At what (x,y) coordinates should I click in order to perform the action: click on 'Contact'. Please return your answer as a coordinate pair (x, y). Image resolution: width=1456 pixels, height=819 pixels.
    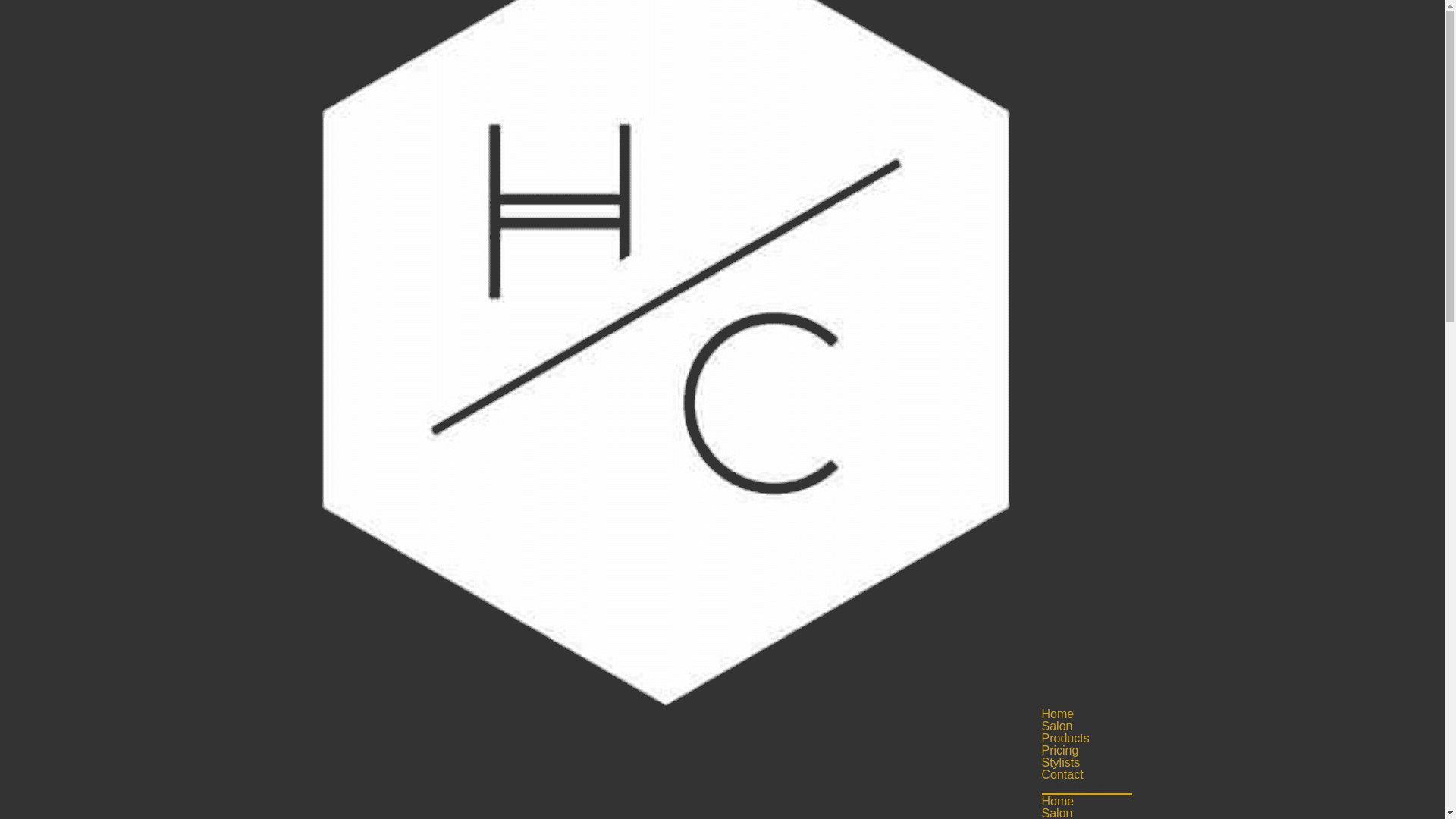
    Looking at the image, I should click on (1062, 775).